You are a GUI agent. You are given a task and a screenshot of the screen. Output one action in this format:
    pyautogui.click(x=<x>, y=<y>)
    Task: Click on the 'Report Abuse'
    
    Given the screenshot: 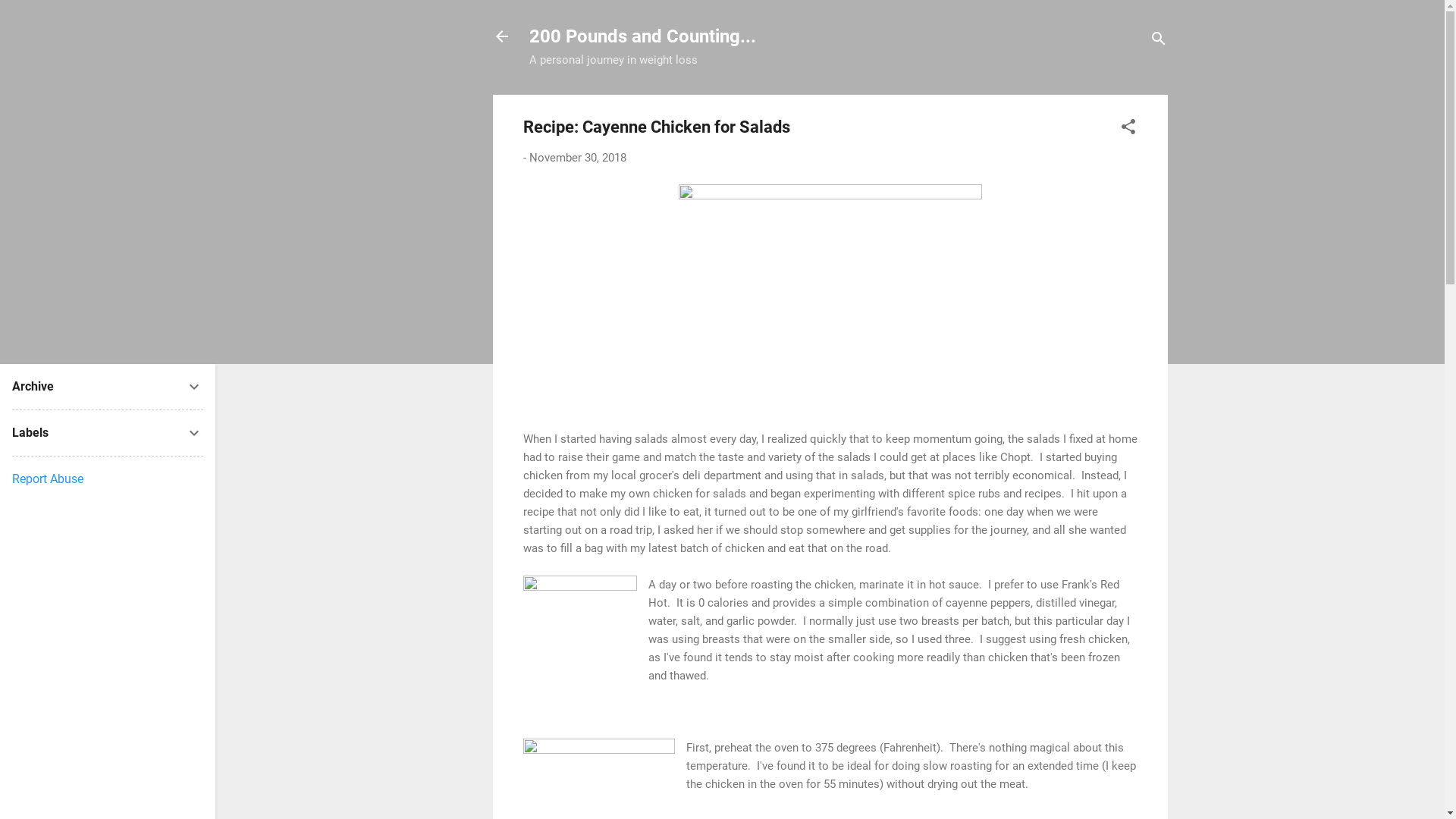 What is the action you would take?
    pyautogui.click(x=47, y=479)
    